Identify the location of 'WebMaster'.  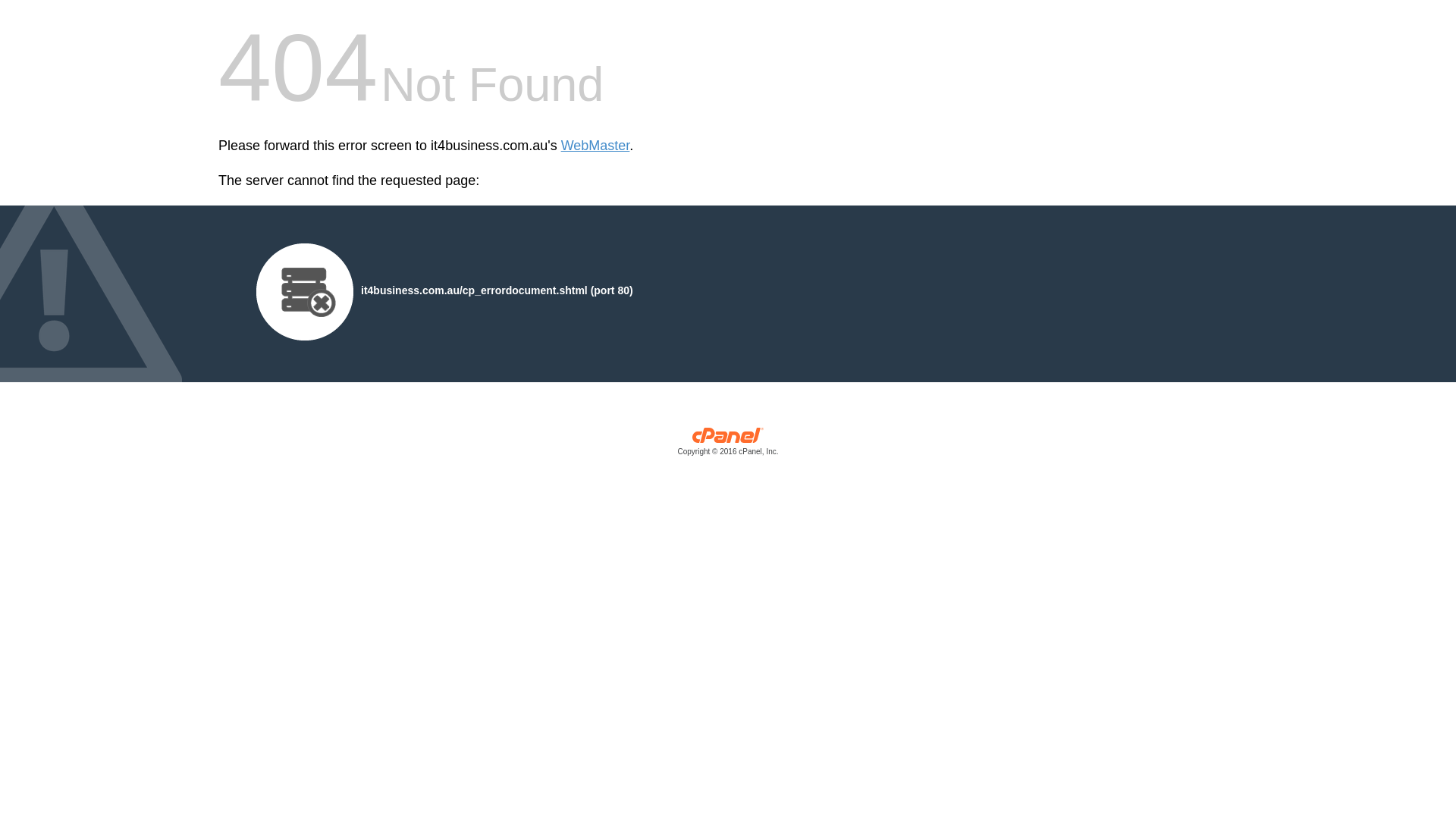
(595, 146).